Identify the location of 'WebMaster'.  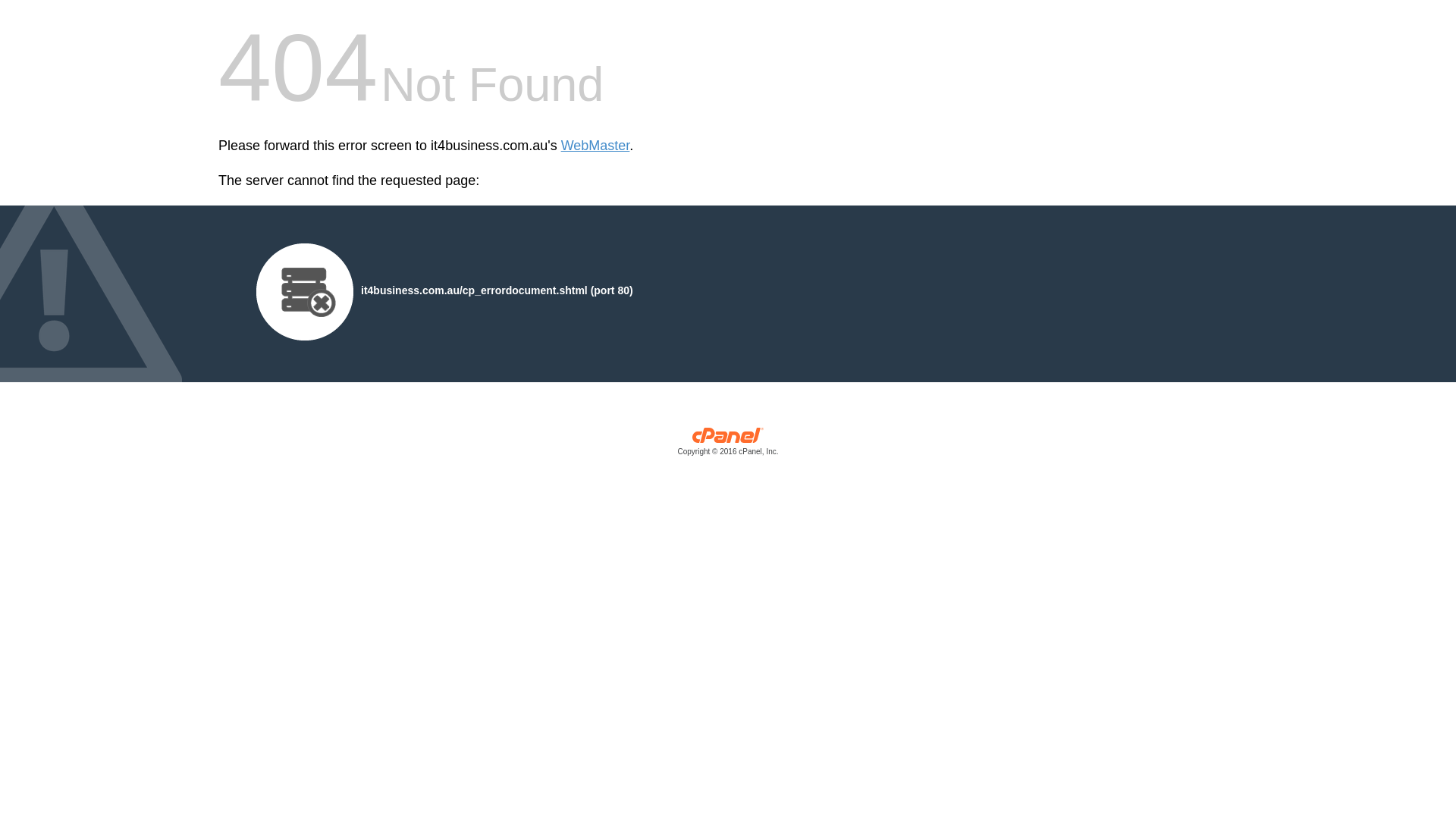
(595, 146).